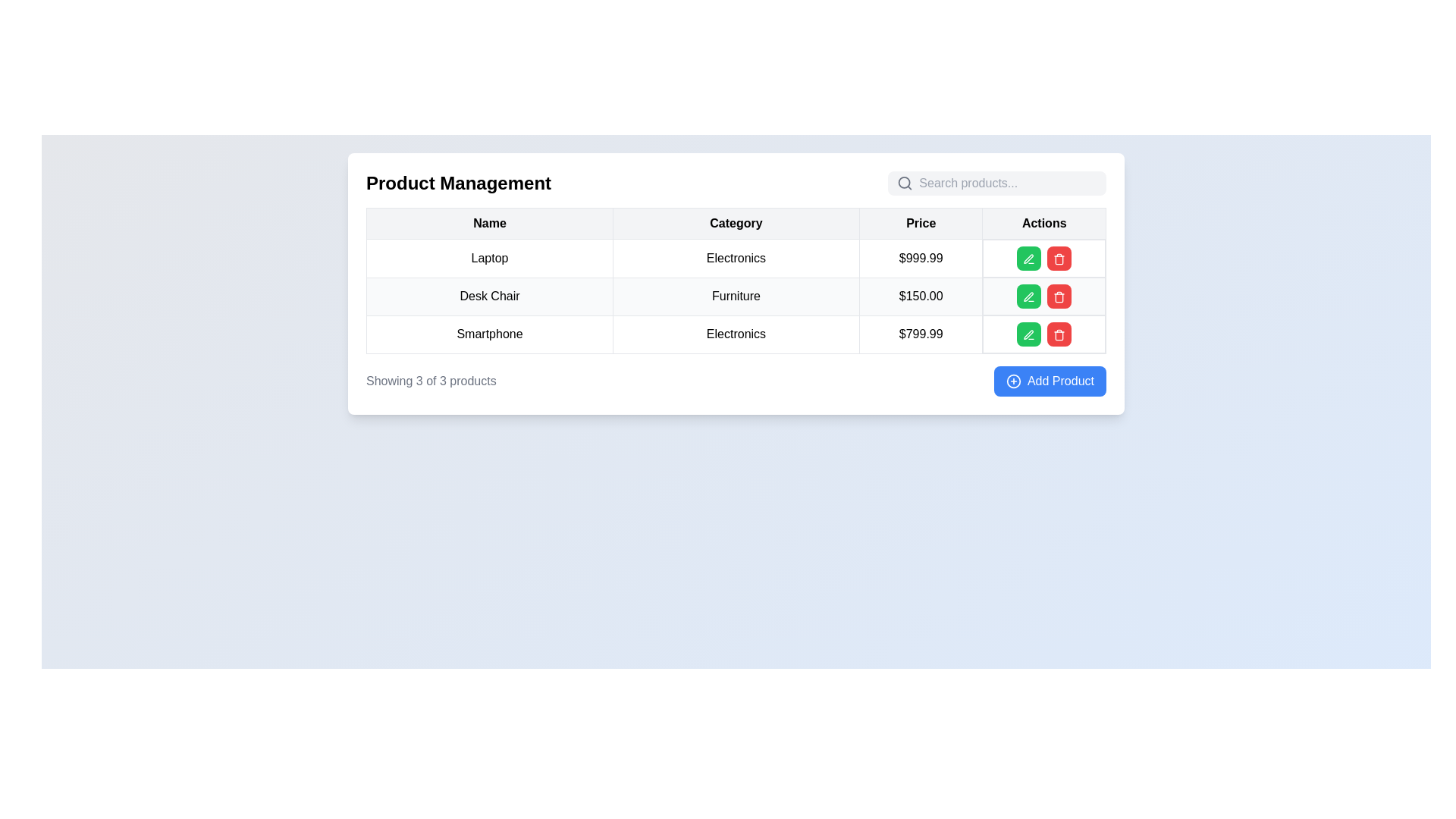 This screenshot has width=1456, height=819. I want to click on the pen icon button outlined in green in the 'Actions' column for the 'Desk Chair' entry in the 'Product Management' table, so click(1028, 297).